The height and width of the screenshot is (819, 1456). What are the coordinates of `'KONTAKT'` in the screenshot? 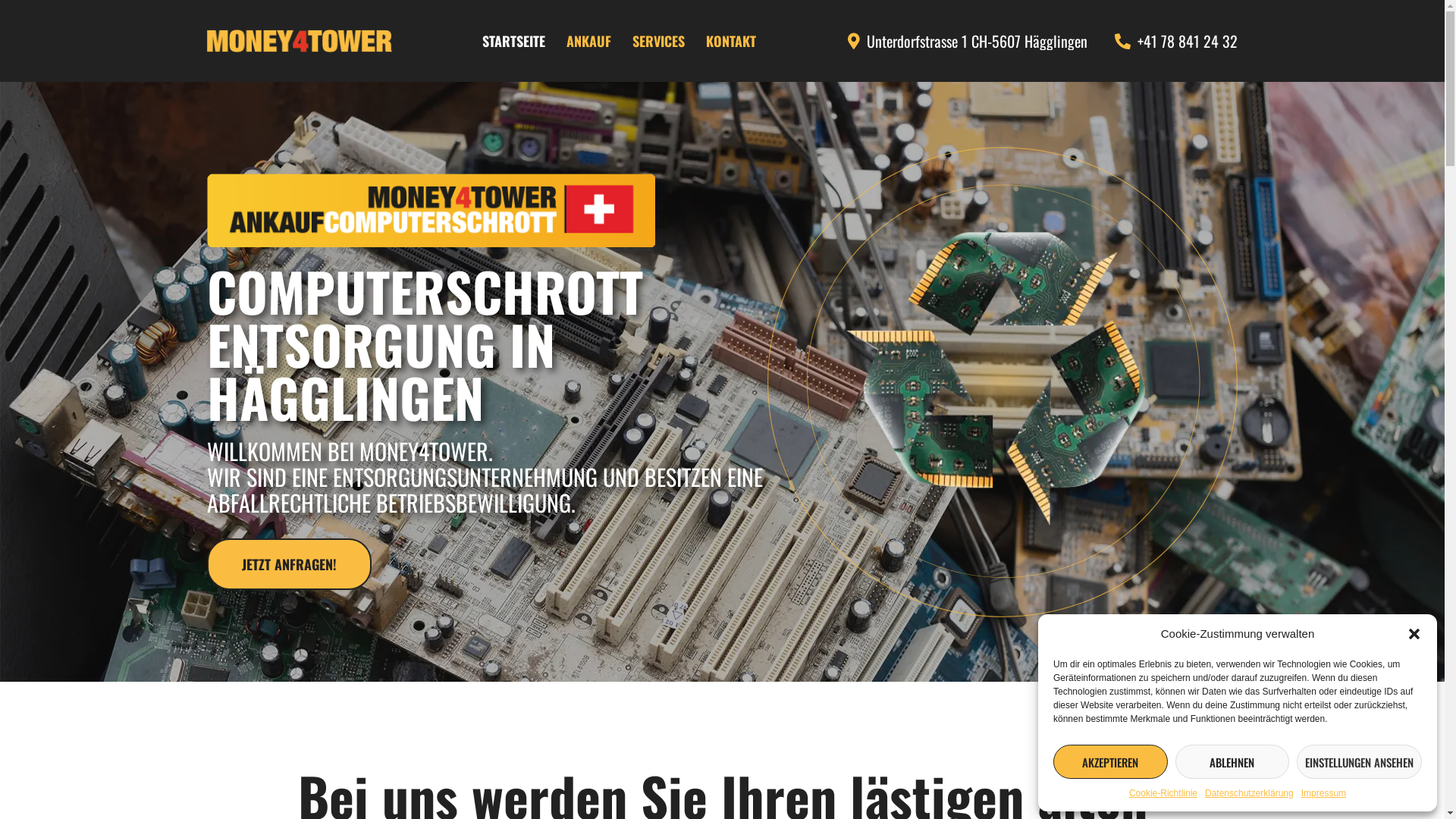 It's located at (731, 40).